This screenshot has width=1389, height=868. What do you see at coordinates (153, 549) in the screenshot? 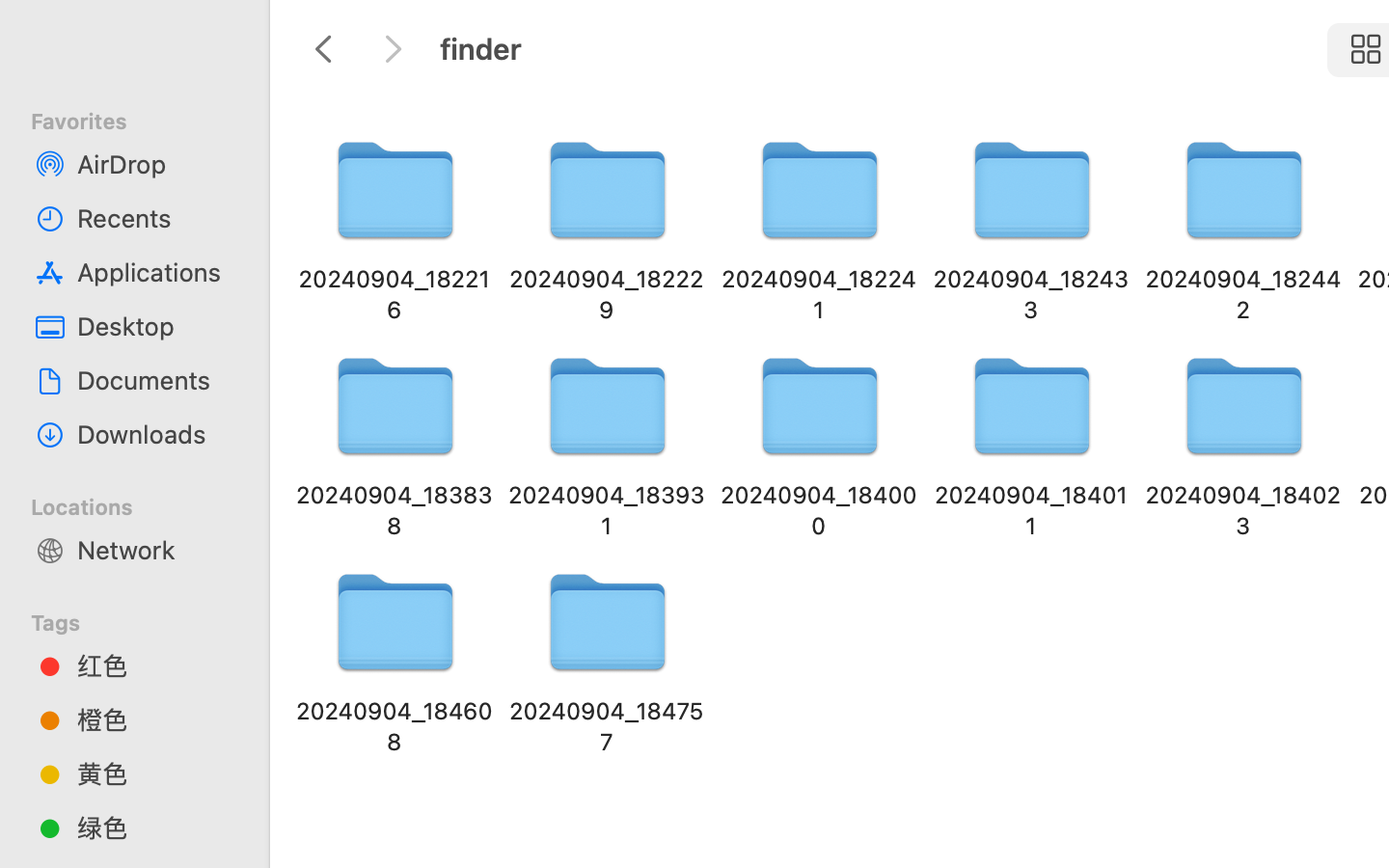
I see `'Network'` at bounding box center [153, 549].